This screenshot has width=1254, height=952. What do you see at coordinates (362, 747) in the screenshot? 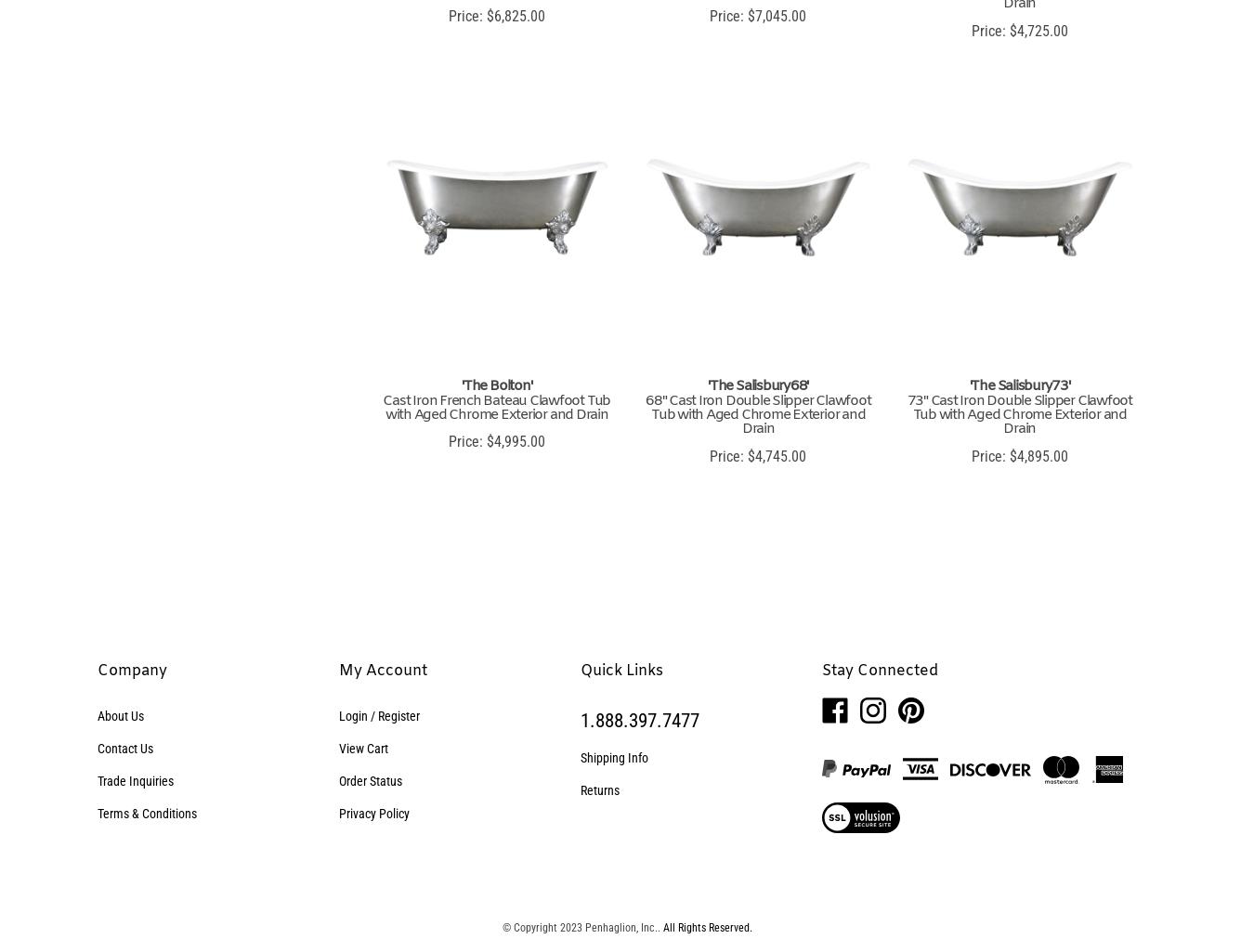
I see `'View Cart'` at bounding box center [362, 747].